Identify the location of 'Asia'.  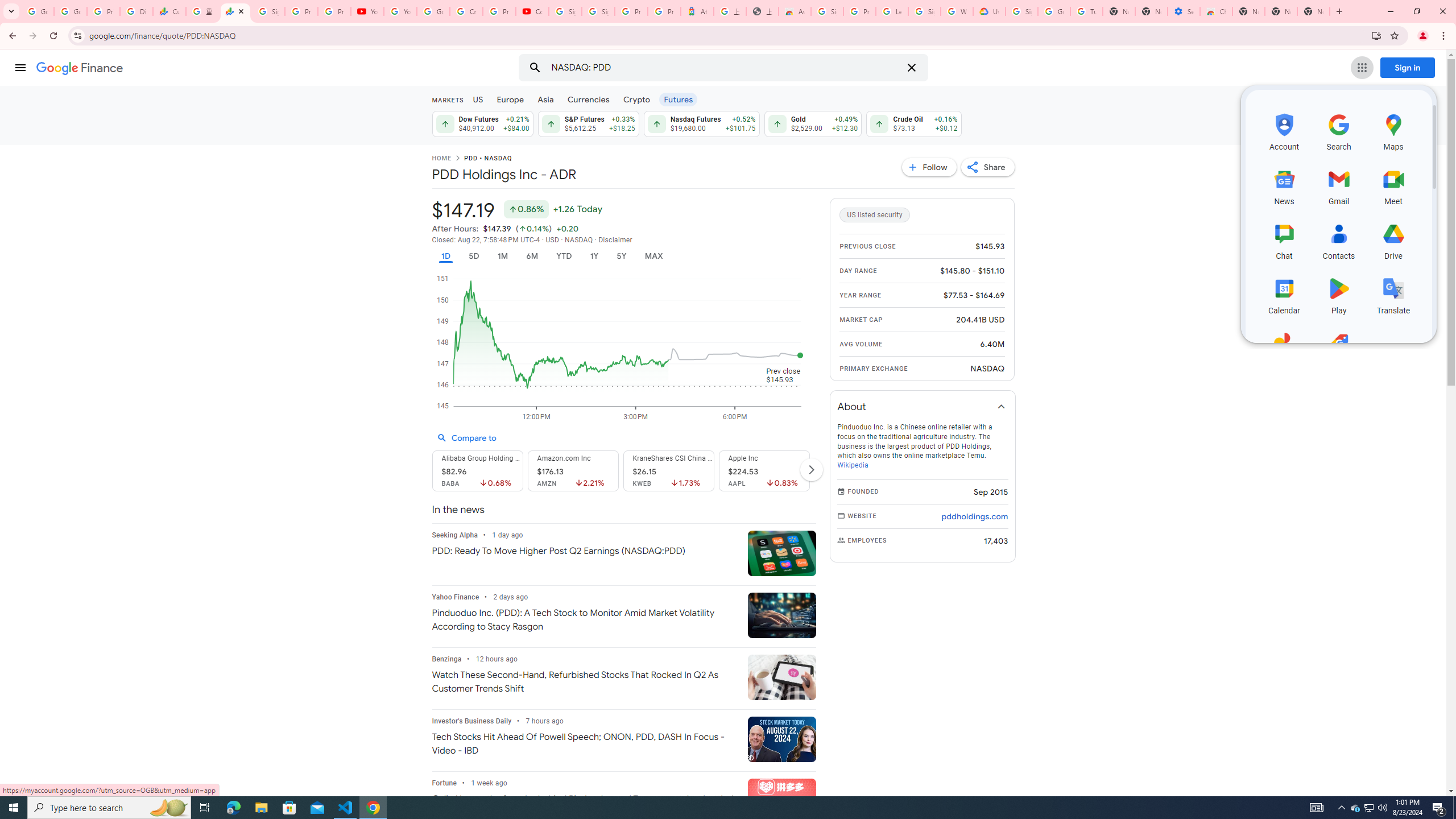
(545, 98).